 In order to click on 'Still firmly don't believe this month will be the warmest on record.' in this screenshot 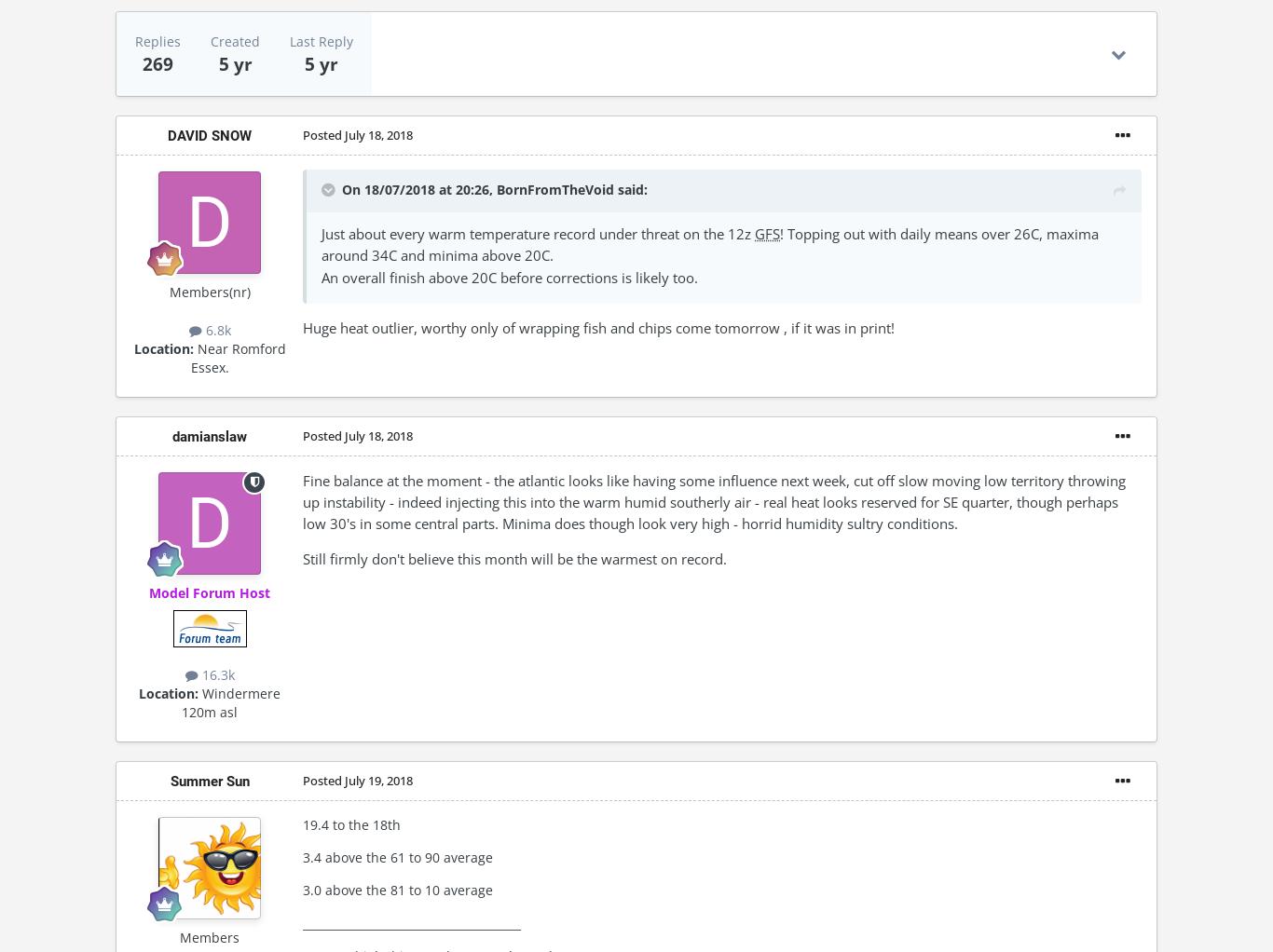, I will do `click(514, 558)`.